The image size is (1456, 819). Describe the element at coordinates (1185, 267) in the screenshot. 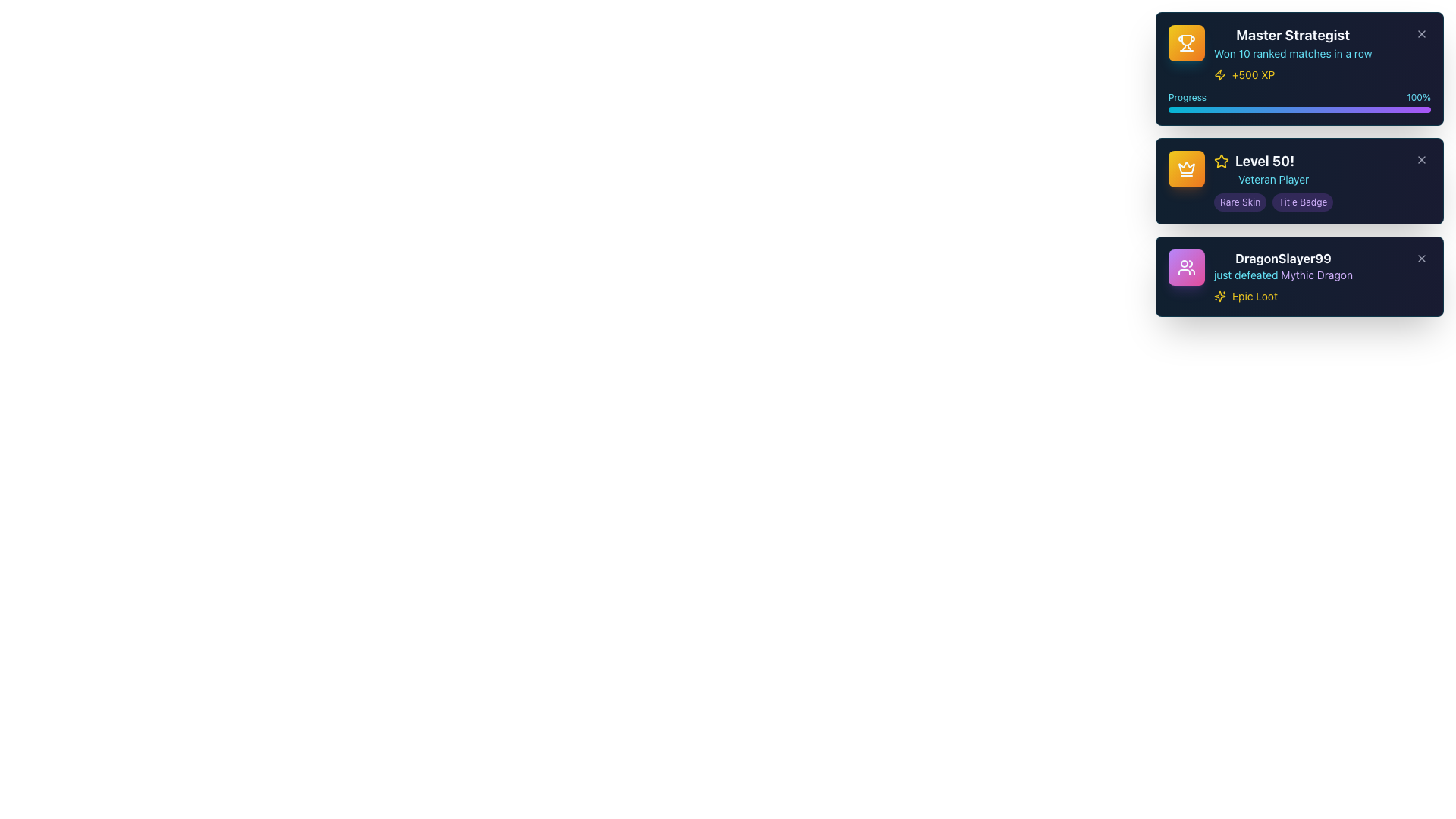

I see `the background card containing the icon in the top-right section of the interface, which is part of the bottom-most notification marked with a pink gradient box` at that location.